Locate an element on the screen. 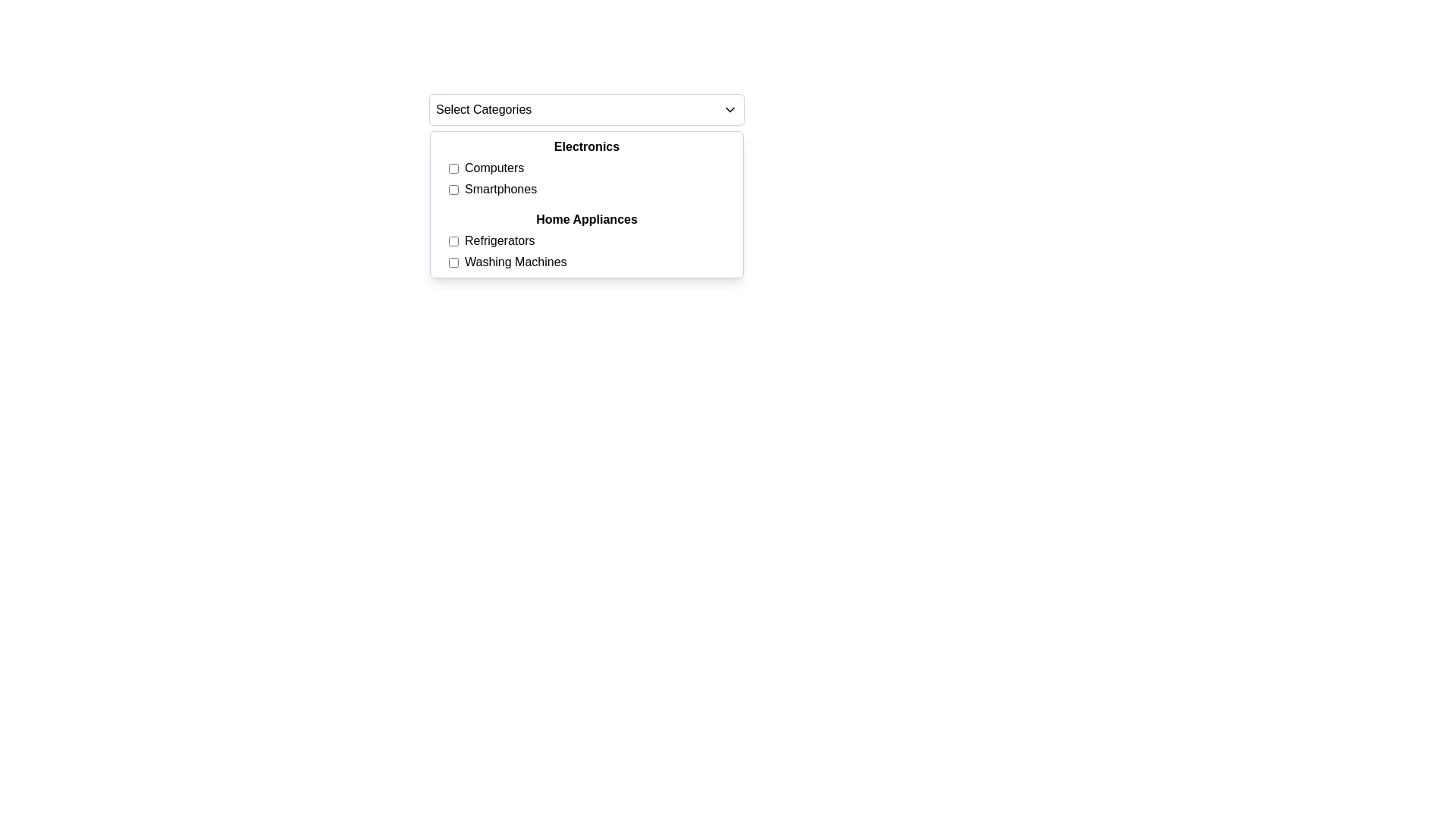 The image size is (1456, 819). the Dropdown menu located below the 'Select Categories' button is located at coordinates (585, 205).